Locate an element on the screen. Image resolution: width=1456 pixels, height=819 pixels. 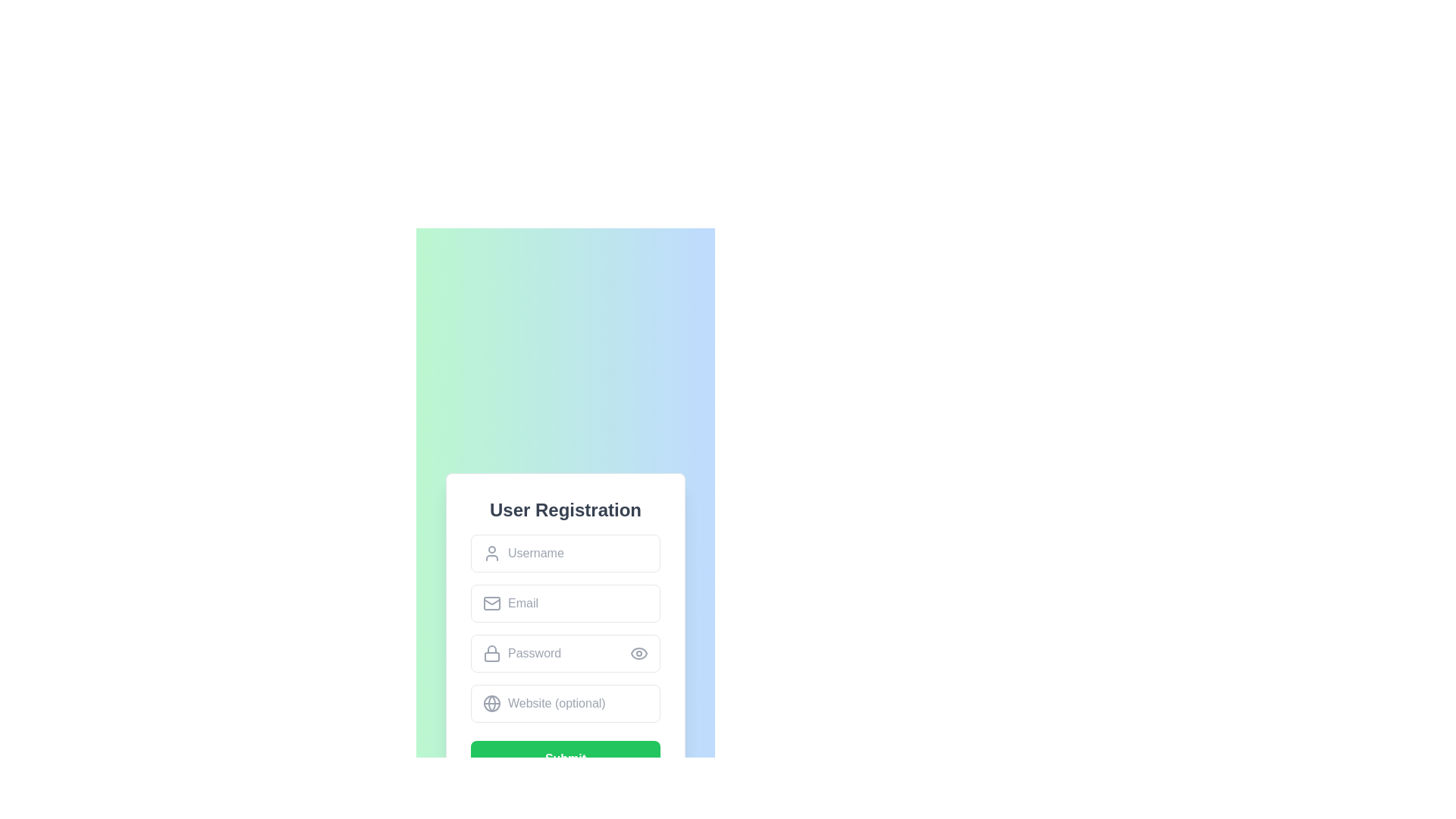
the text input field styled as a rounded rectangle with placeholder text 'Website (optional)' to focus the input is located at coordinates (564, 704).